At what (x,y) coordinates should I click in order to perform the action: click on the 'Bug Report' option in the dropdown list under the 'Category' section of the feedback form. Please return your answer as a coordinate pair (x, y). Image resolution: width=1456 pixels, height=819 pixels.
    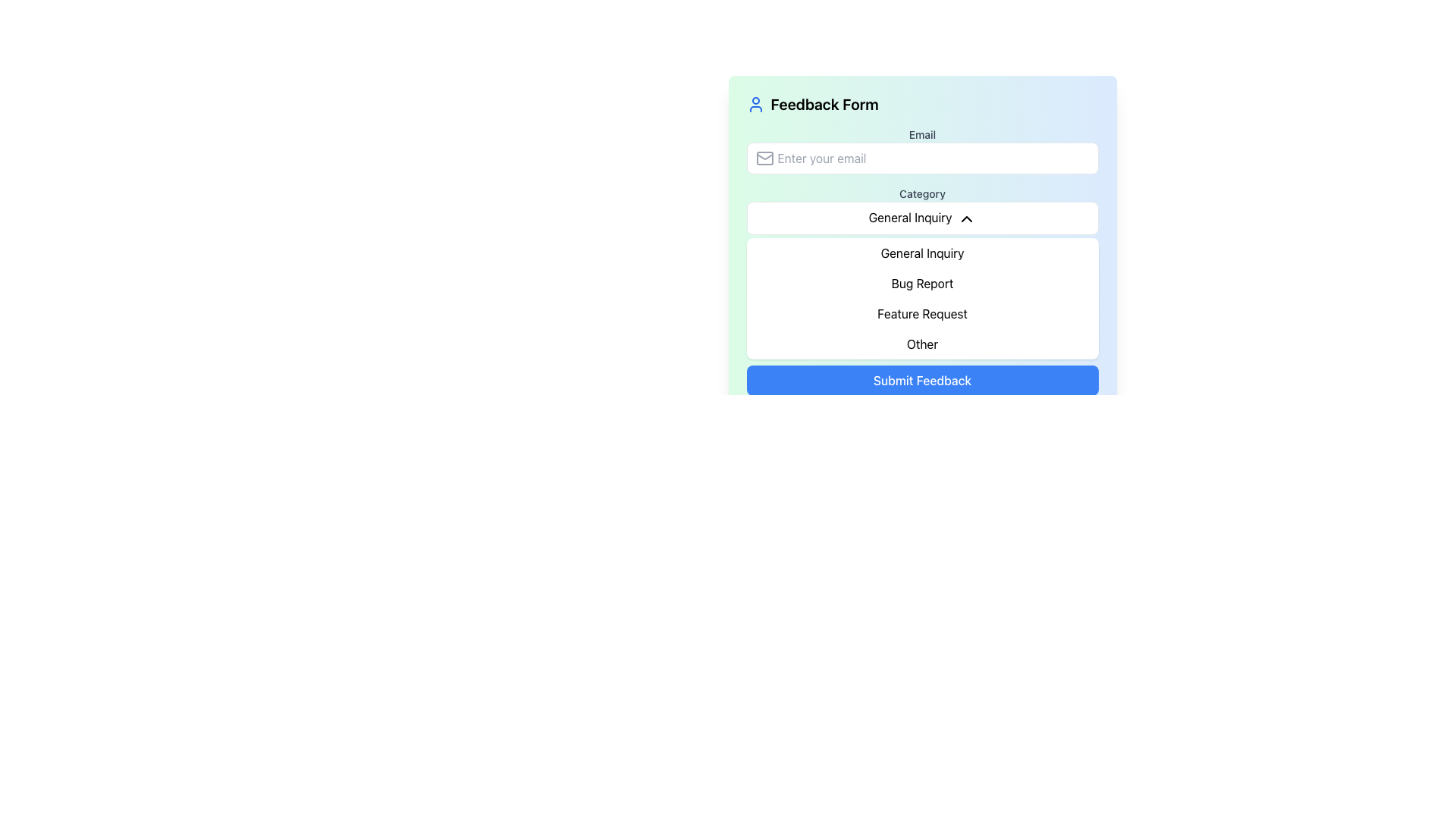
    Looking at the image, I should click on (921, 283).